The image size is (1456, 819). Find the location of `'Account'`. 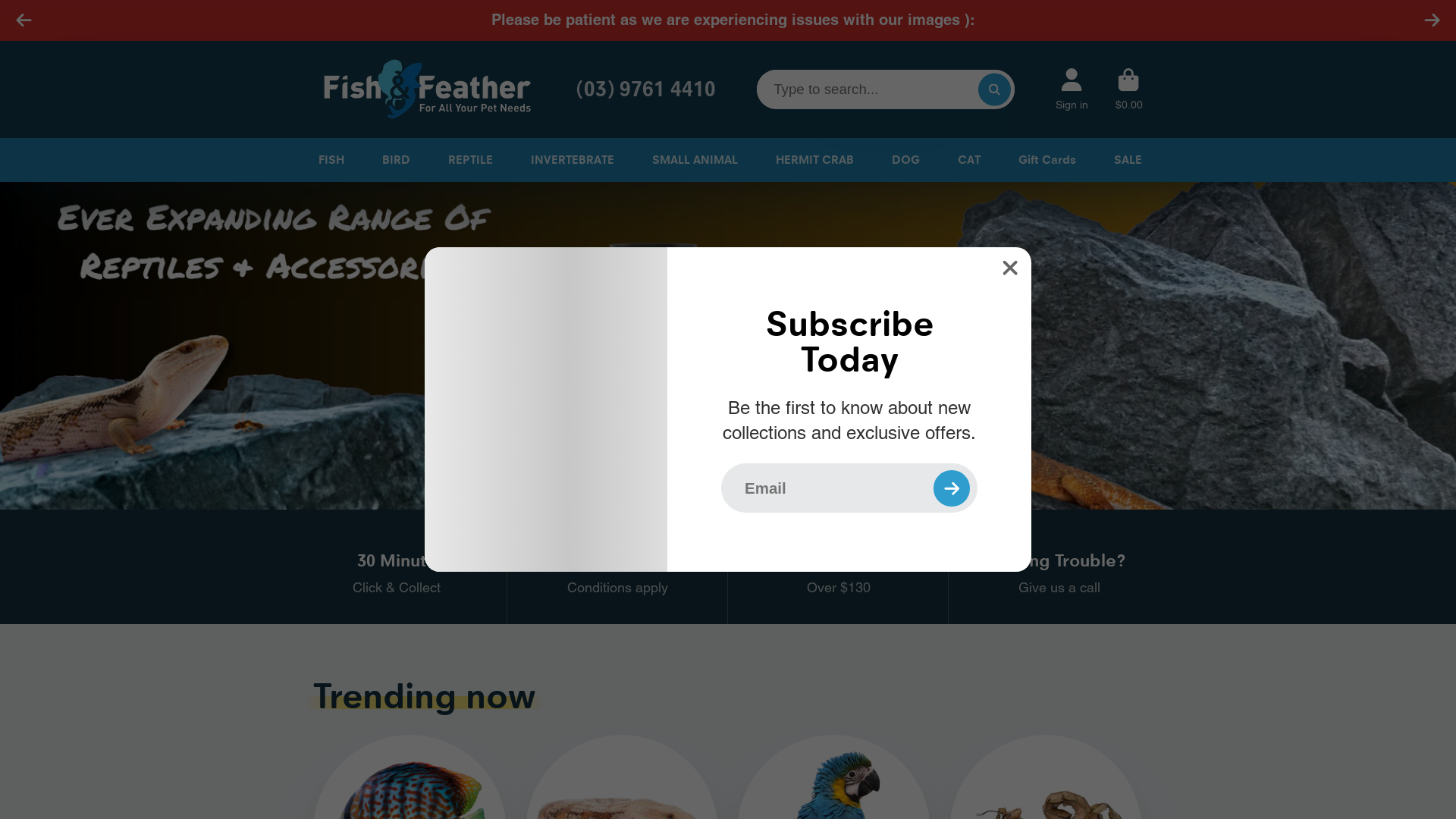

'Account' is located at coordinates (1071, 89).